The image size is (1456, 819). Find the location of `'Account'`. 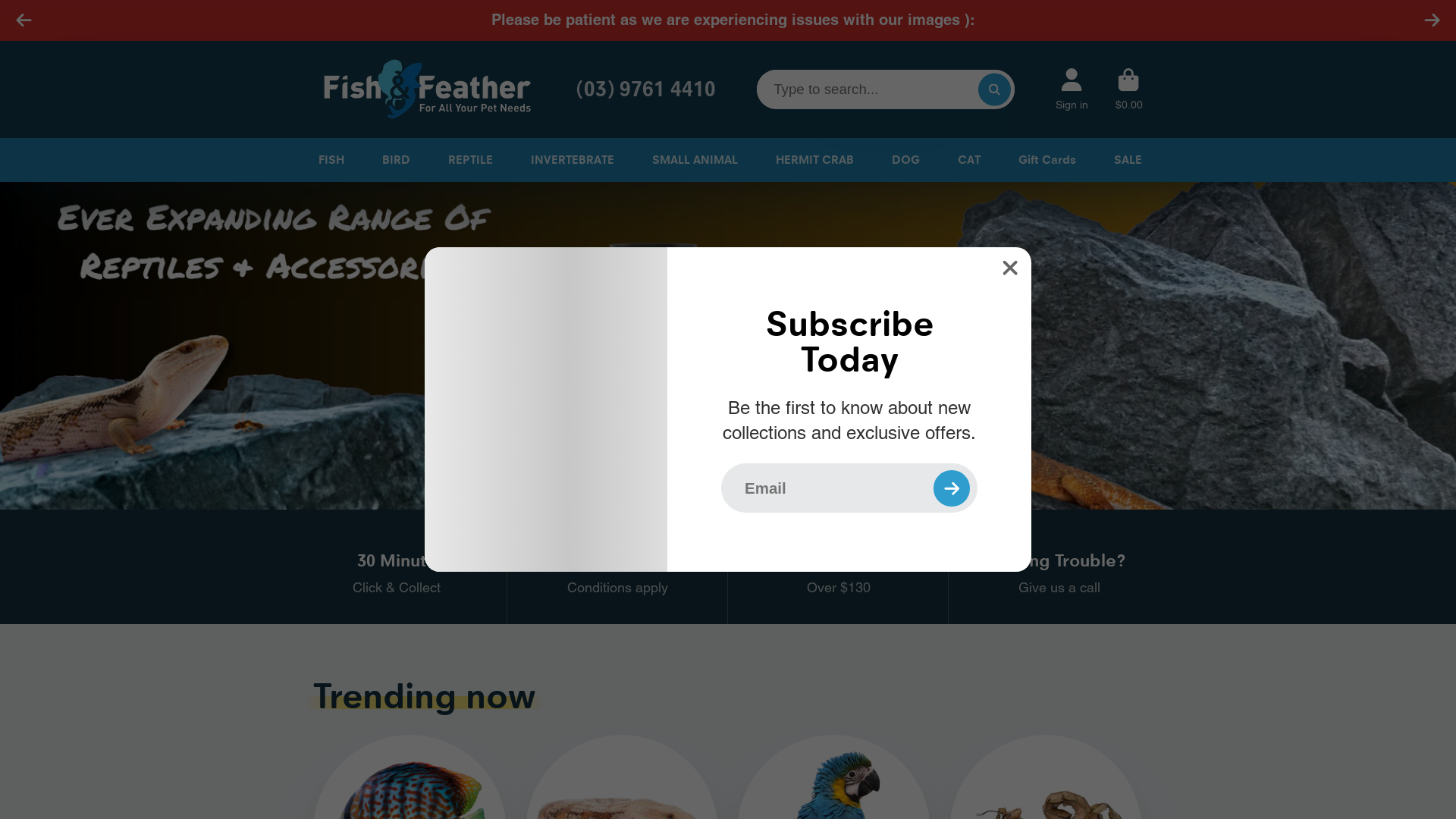

'Account' is located at coordinates (1071, 89).